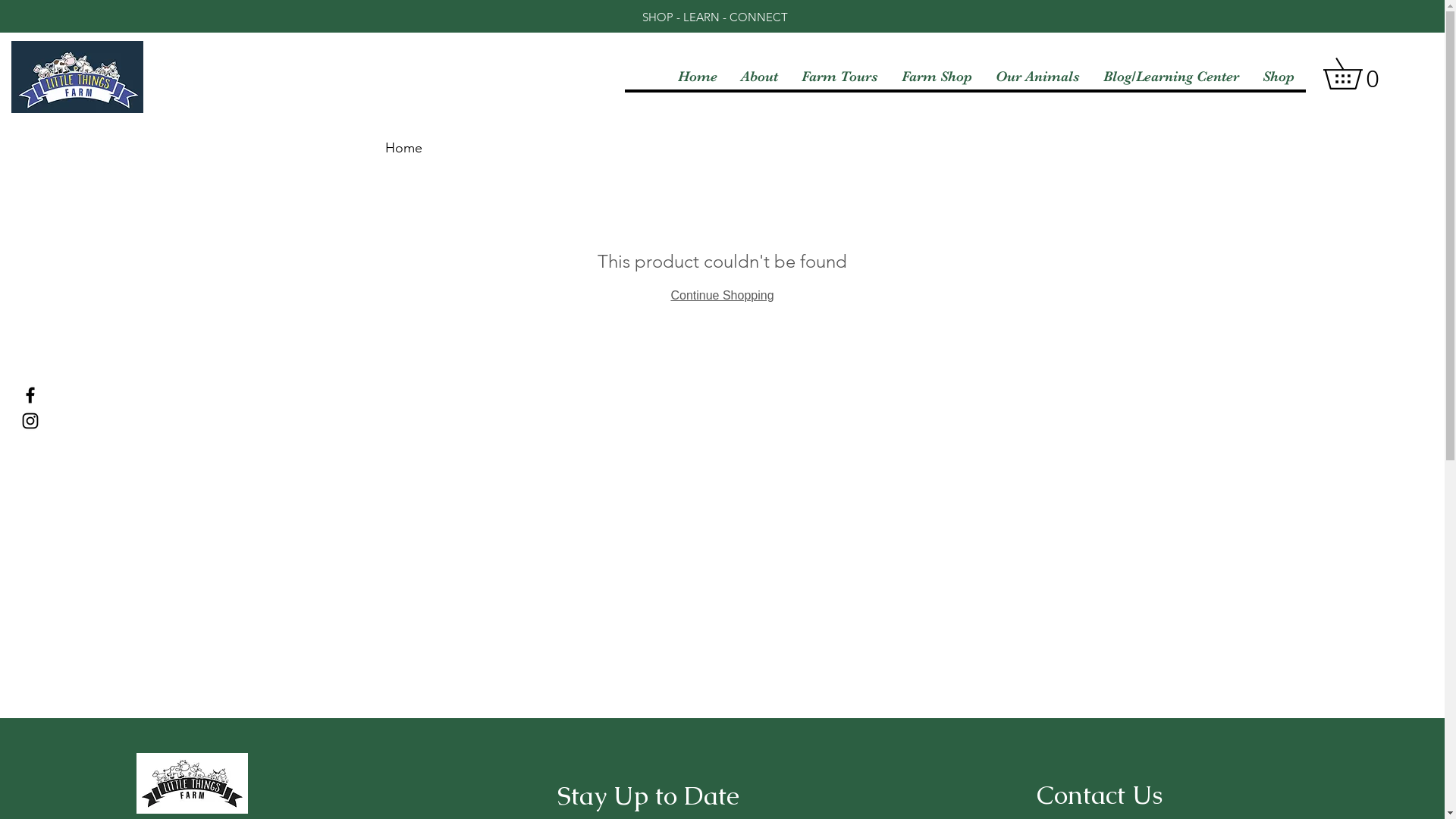 Image resolution: width=1456 pixels, height=819 pixels. What do you see at coordinates (789, 76) in the screenshot?
I see `'Farm Tours'` at bounding box center [789, 76].